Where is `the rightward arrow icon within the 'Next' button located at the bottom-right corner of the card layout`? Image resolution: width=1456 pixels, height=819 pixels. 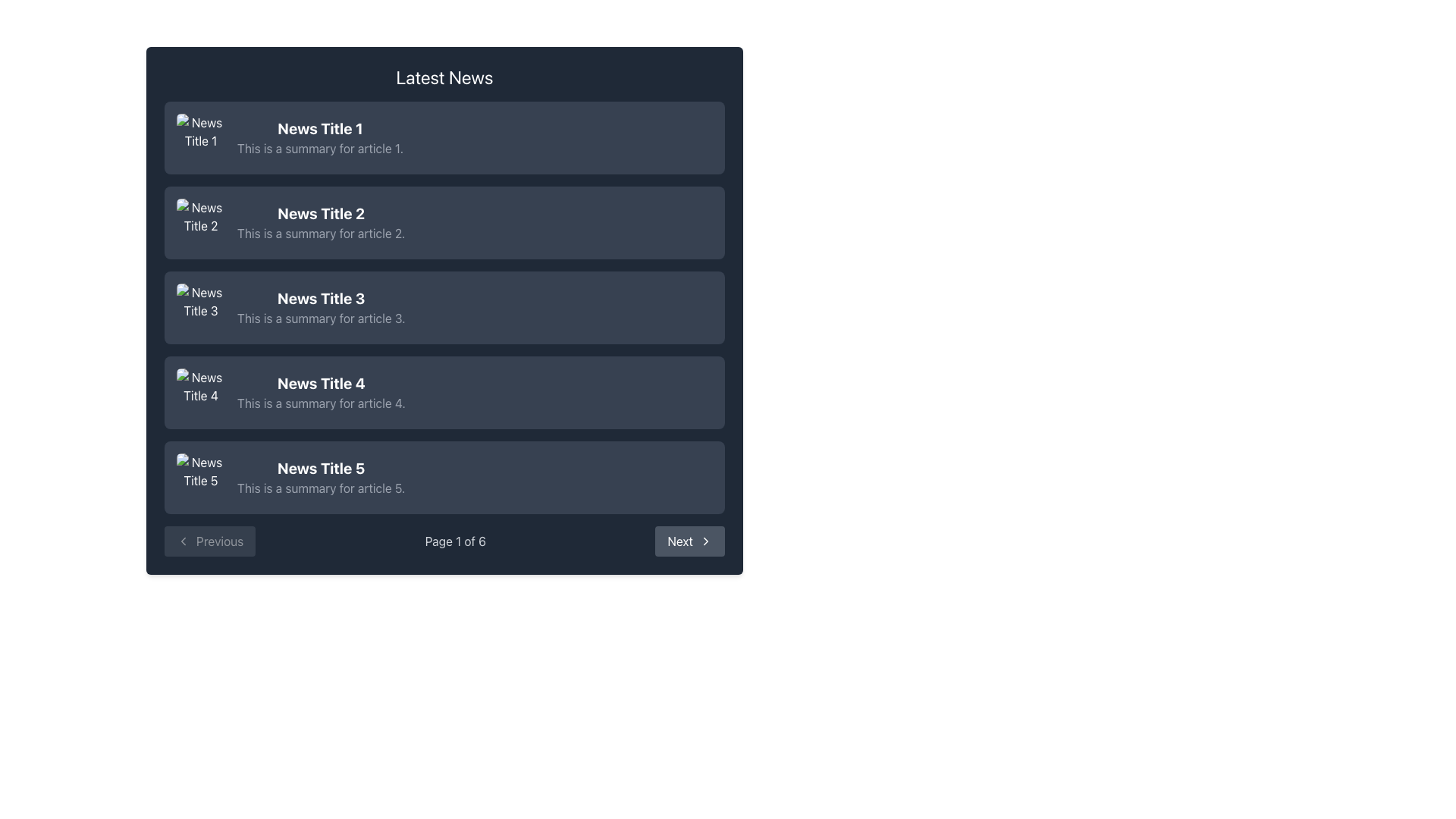 the rightward arrow icon within the 'Next' button located at the bottom-right corner of the card layout is located at coordinates (705, 540).